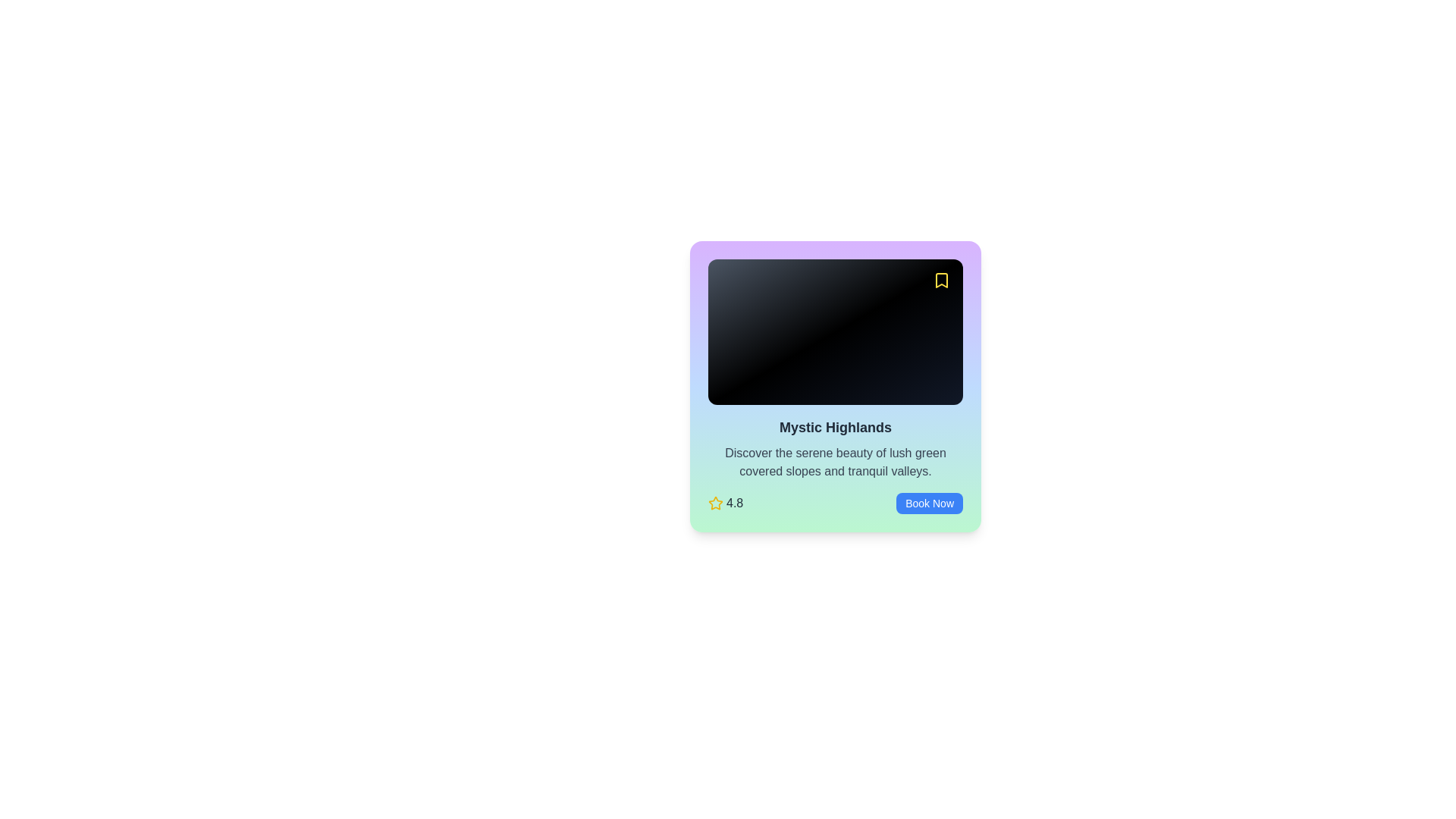 This screenshot has height=819, width=1456. Describe the element at coordinates (735, 503) in the screenshot. I see `the text component displaying the value '4.8' in grey color, located at the bottom-left corner of a card next to a star icon` at that location.